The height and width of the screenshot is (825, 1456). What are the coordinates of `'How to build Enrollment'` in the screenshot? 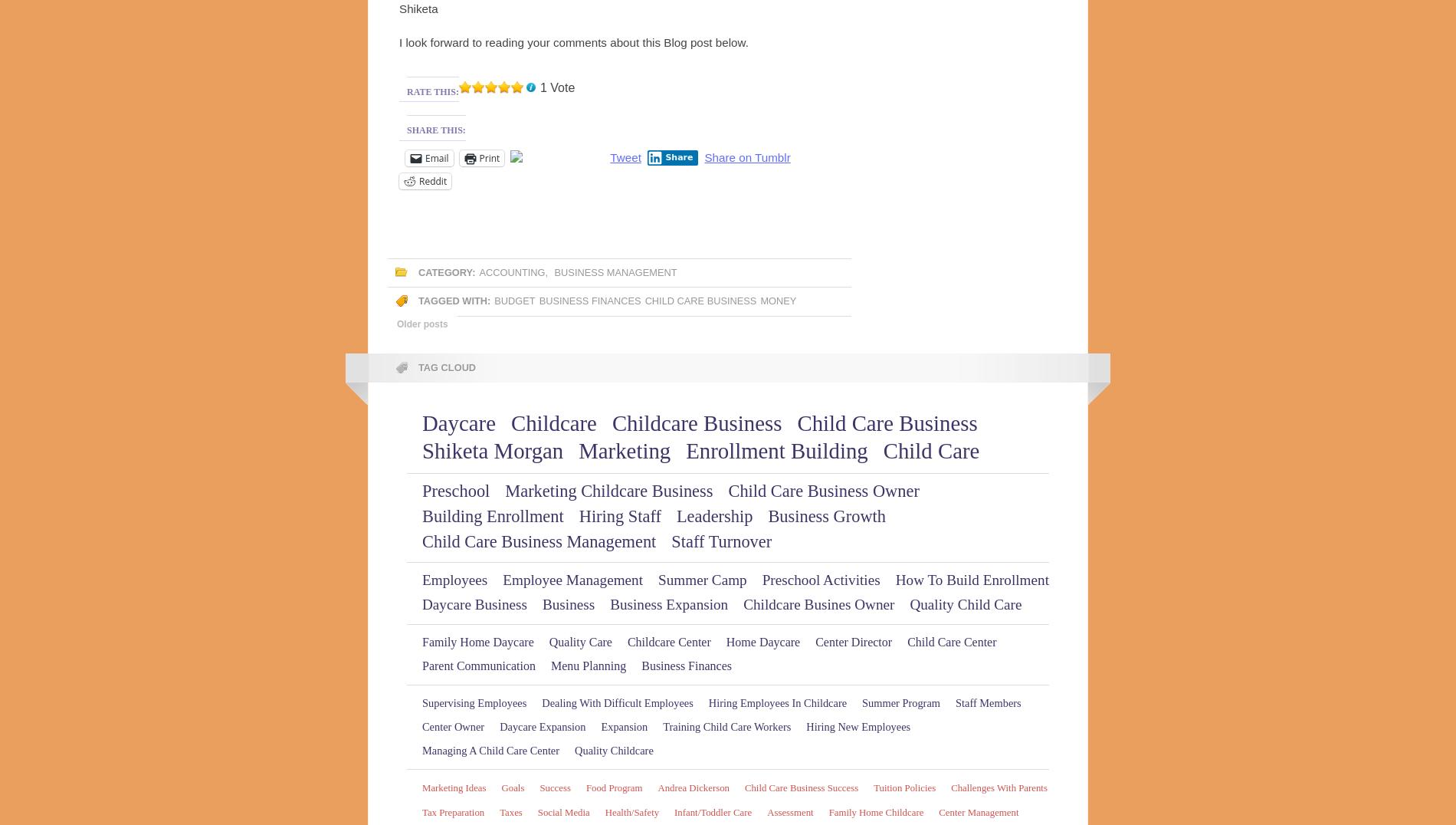 It's located at (894, 578).